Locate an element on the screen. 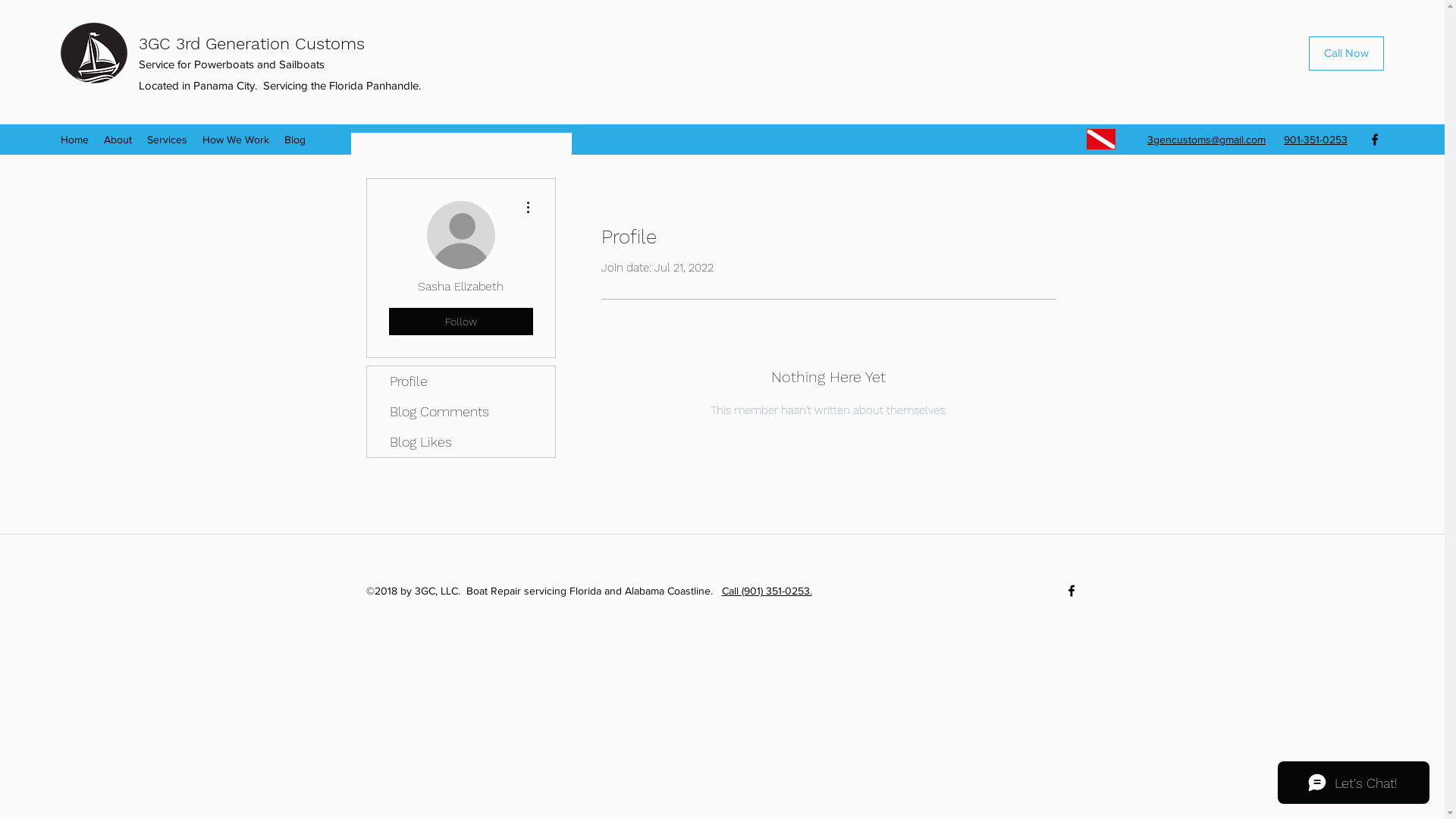 The height and width of the screenshot is (819, 1456). '3GC 3rd Generation Customs' is located at coordinates (251, 42).